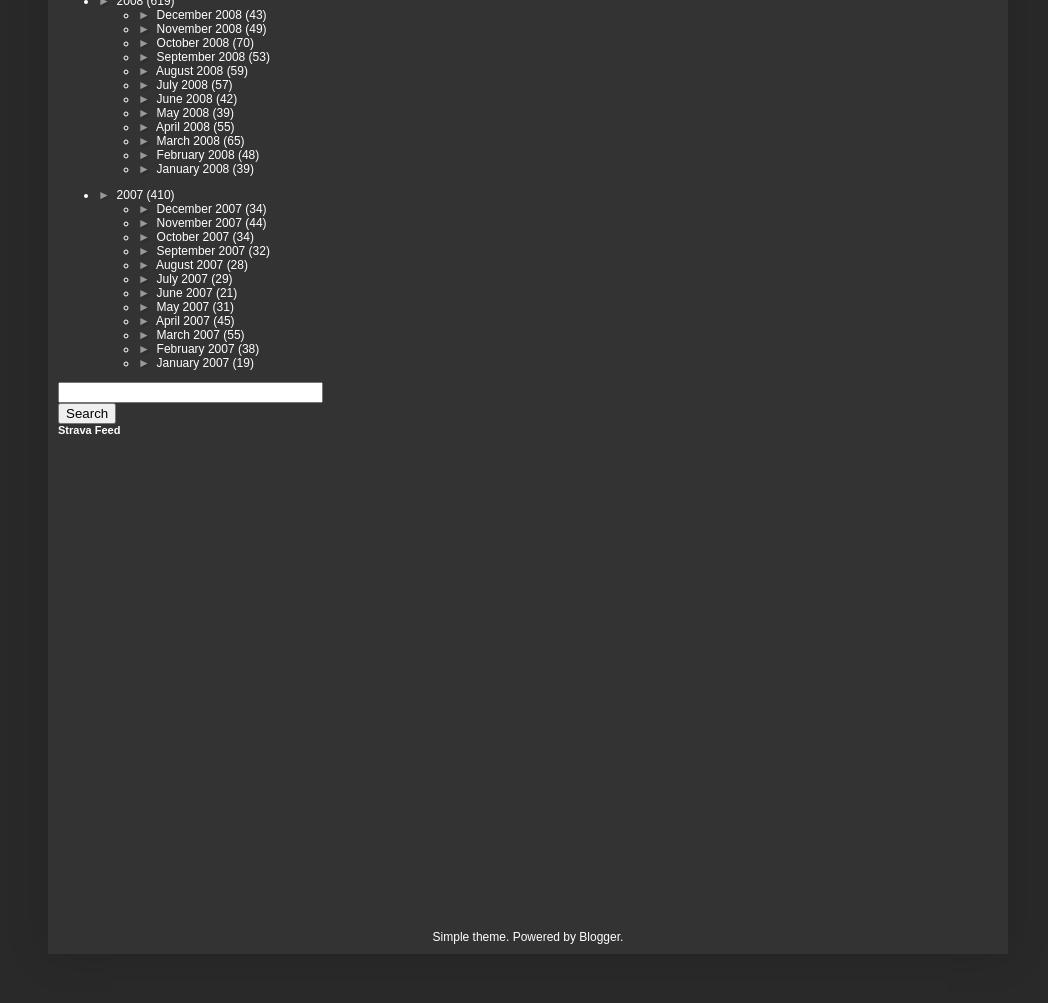 Image resolution: width=1048 pixels, height=1003 pixels. I want to click on '(29)', so click(221, 278).